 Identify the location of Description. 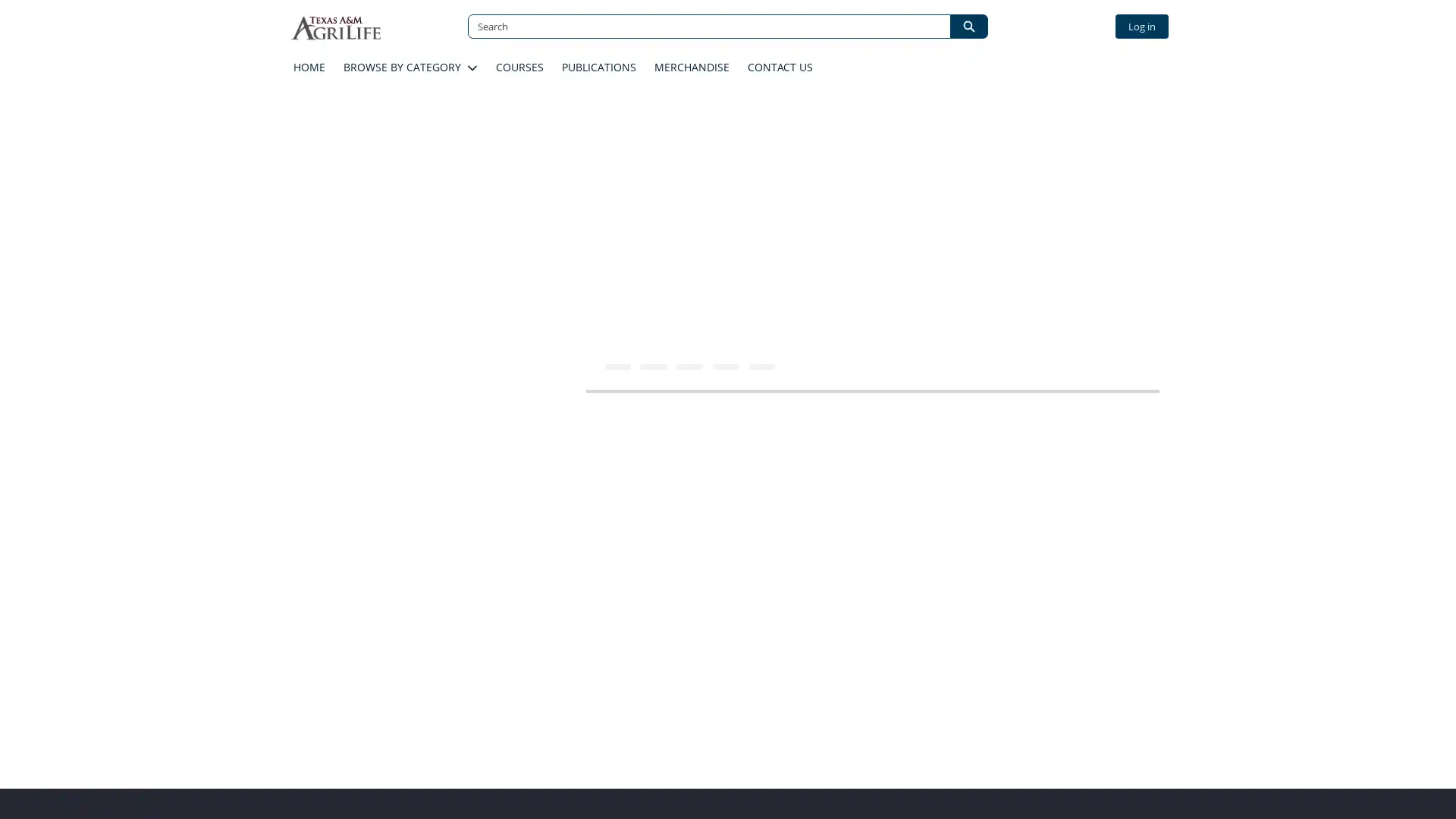
(884, 388).